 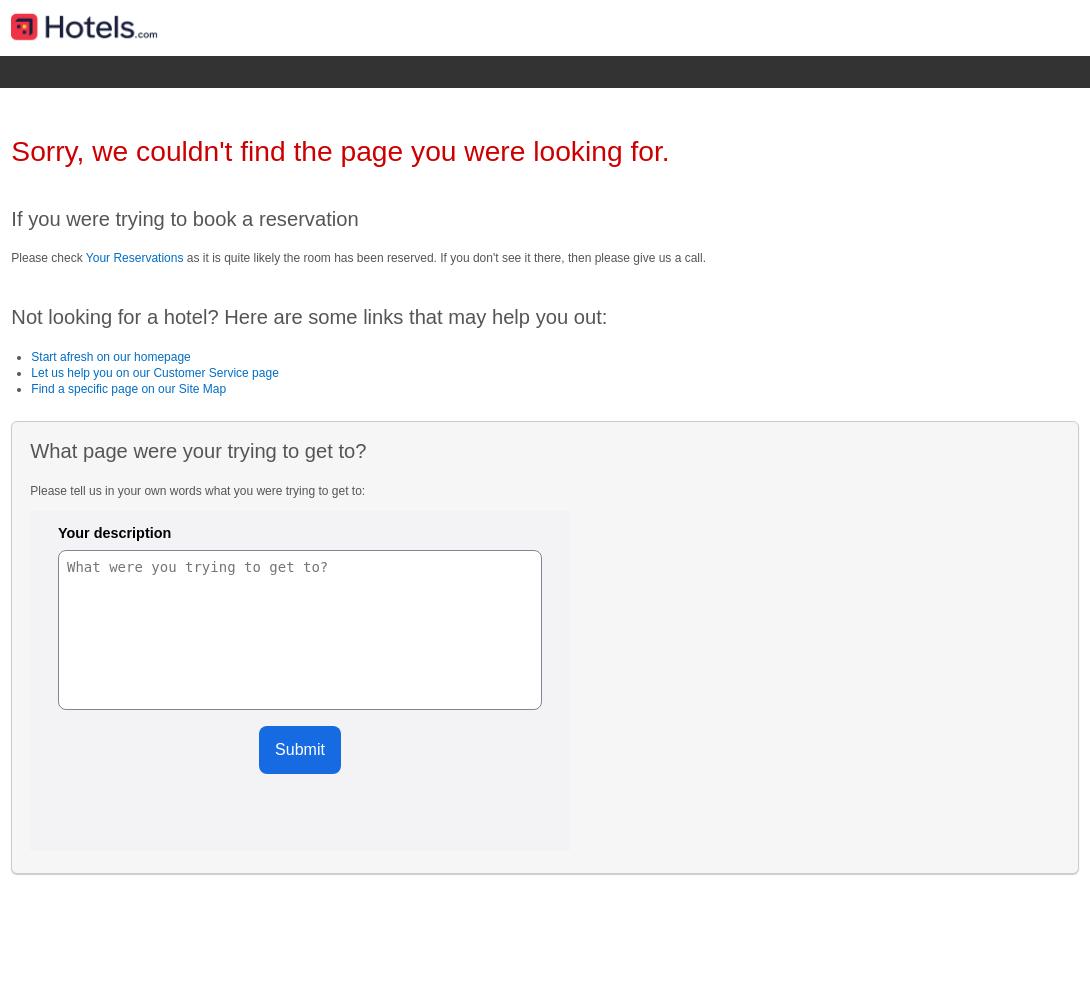 What do you see at coordinates (29, 450) in the screenshot?
I see `'What page were your trying to get to?'` at bounding box center [29, 450].